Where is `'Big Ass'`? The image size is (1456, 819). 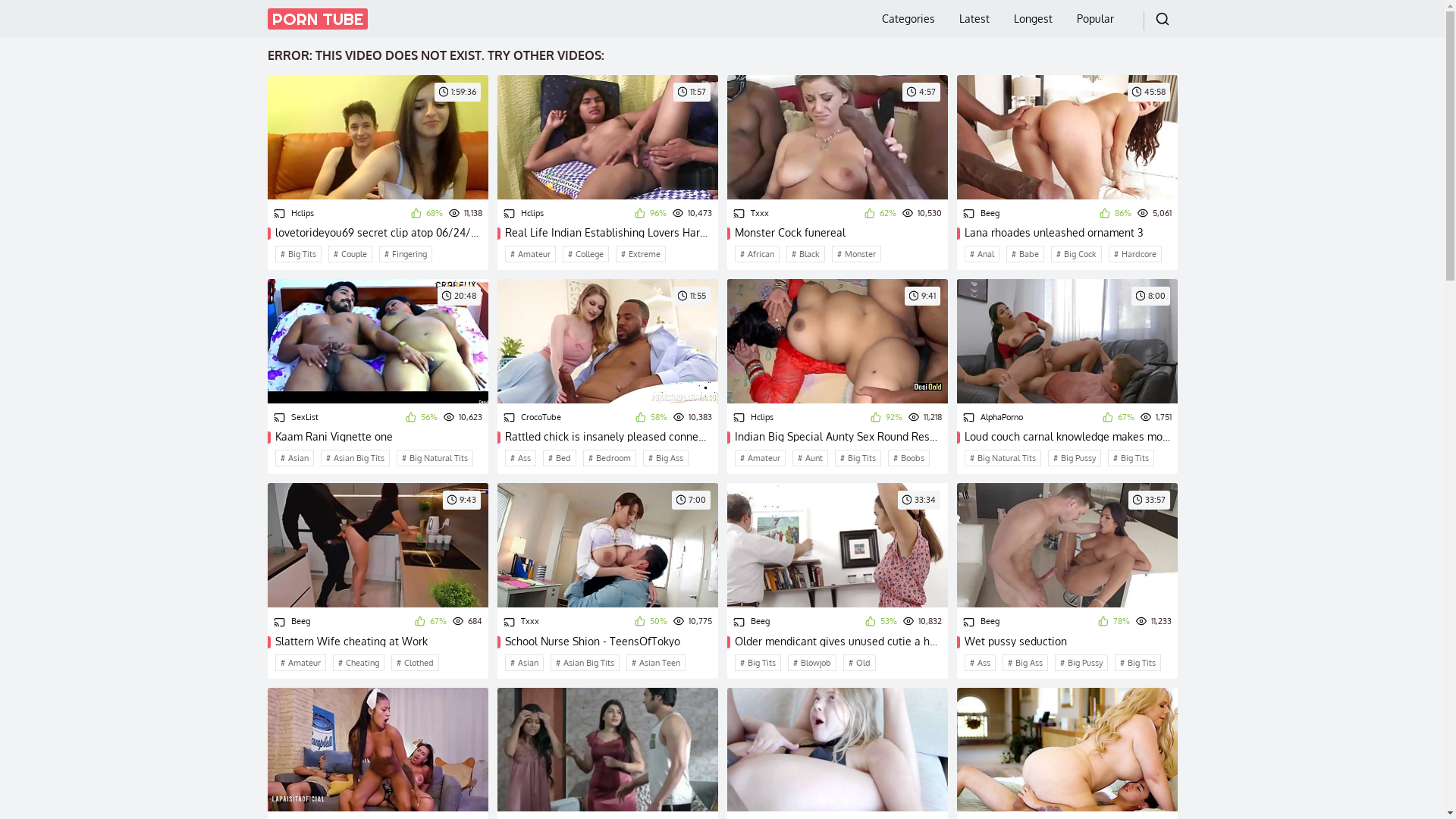
'Big Ass' is located at coordinates (666, 457).